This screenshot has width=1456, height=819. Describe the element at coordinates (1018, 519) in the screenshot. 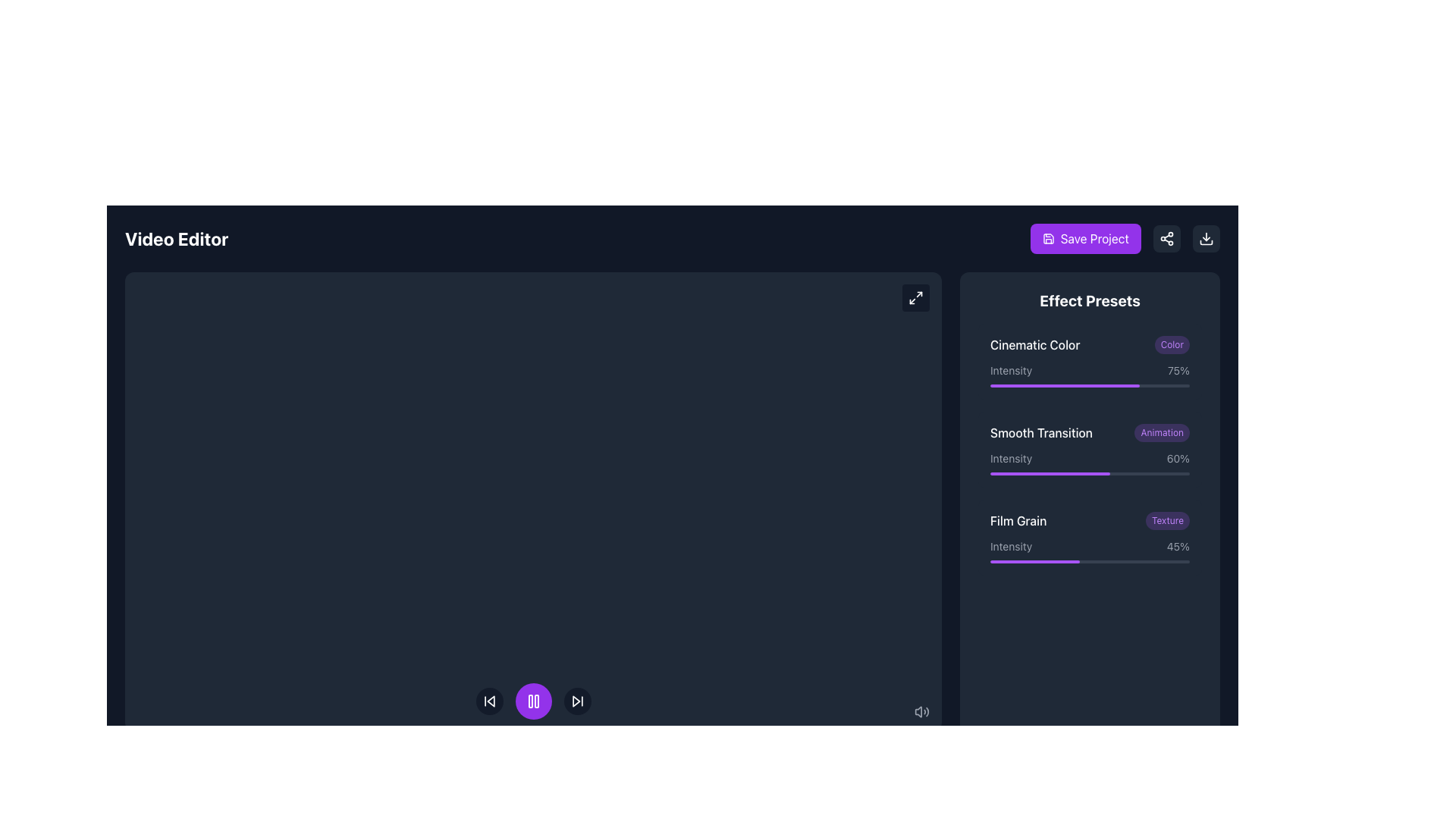

I see `the text label displaying 'Film Grain' in white, located under the 'Effect Presets' category on the right-hand side of the interface` at that location.